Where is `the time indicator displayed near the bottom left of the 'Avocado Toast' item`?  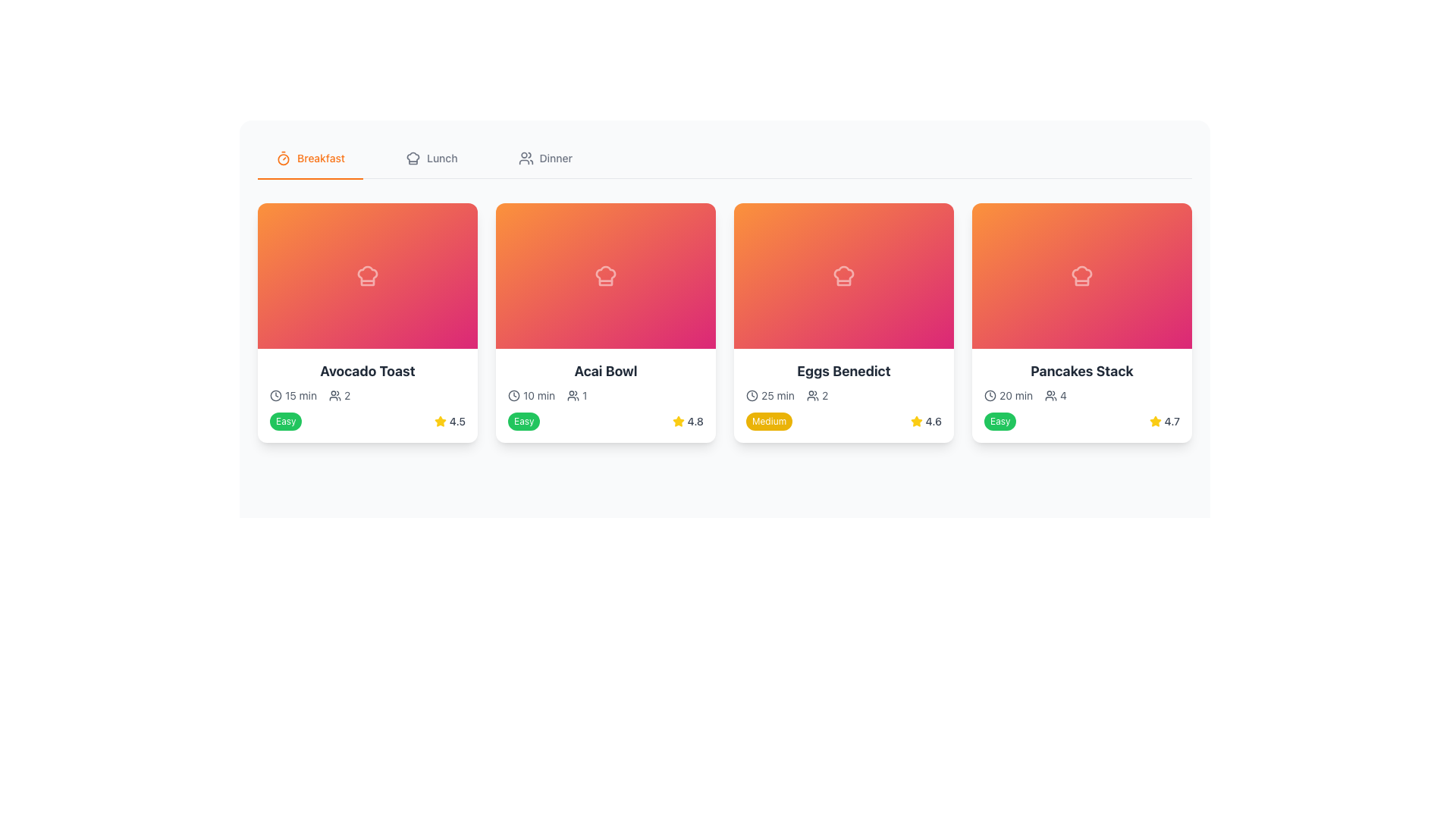 the time indicator displayed near the bottom left of the 'Avocado Toast' item is located at coordinates (770, 394).